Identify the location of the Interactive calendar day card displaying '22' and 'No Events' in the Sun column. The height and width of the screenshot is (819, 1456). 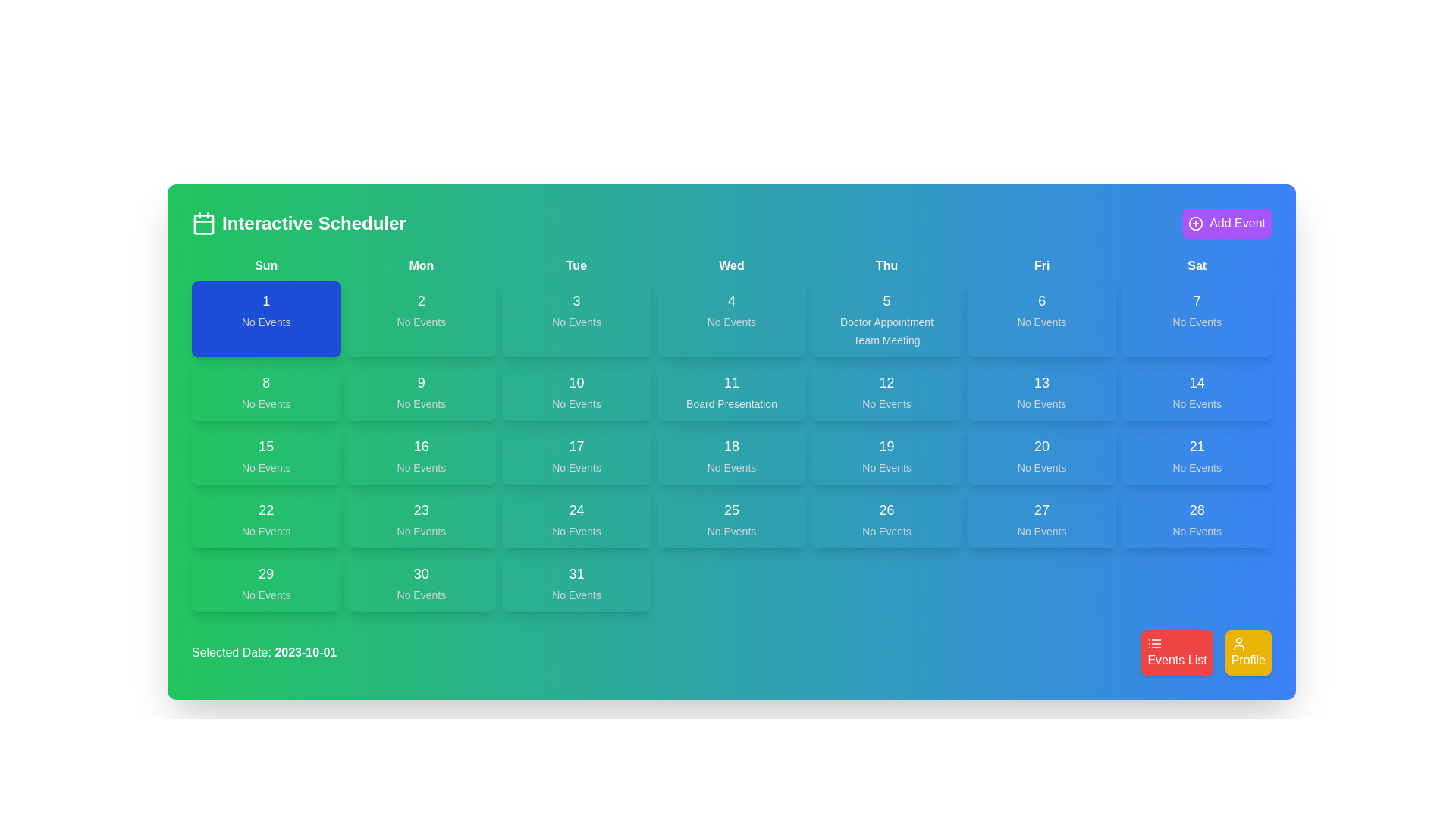
(266, 519).